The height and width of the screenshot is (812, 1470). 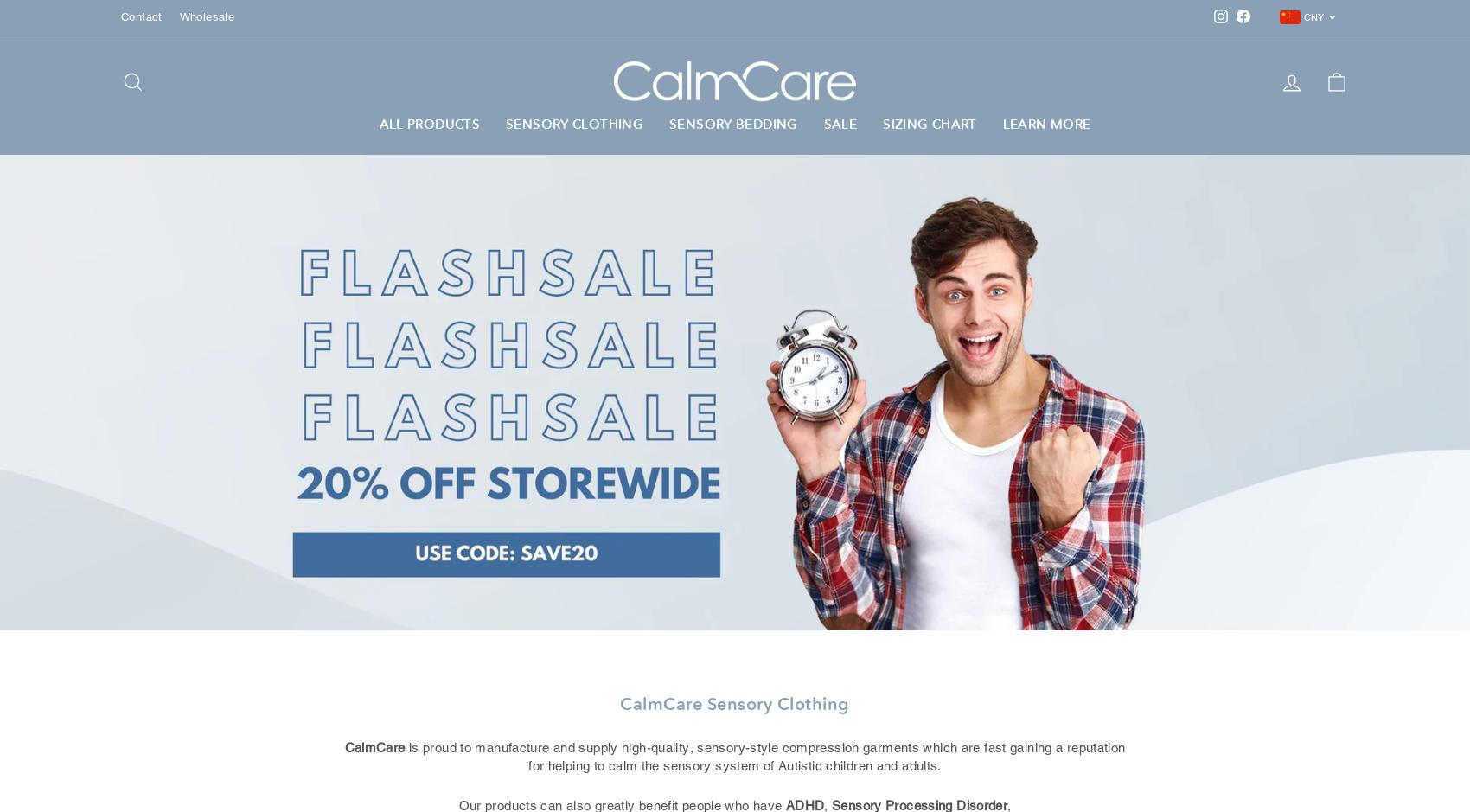 What do you see at coordinates (504, 123) in the screenshot?
I see `'Sensory Clothing'` at bounding box center [504, 123].